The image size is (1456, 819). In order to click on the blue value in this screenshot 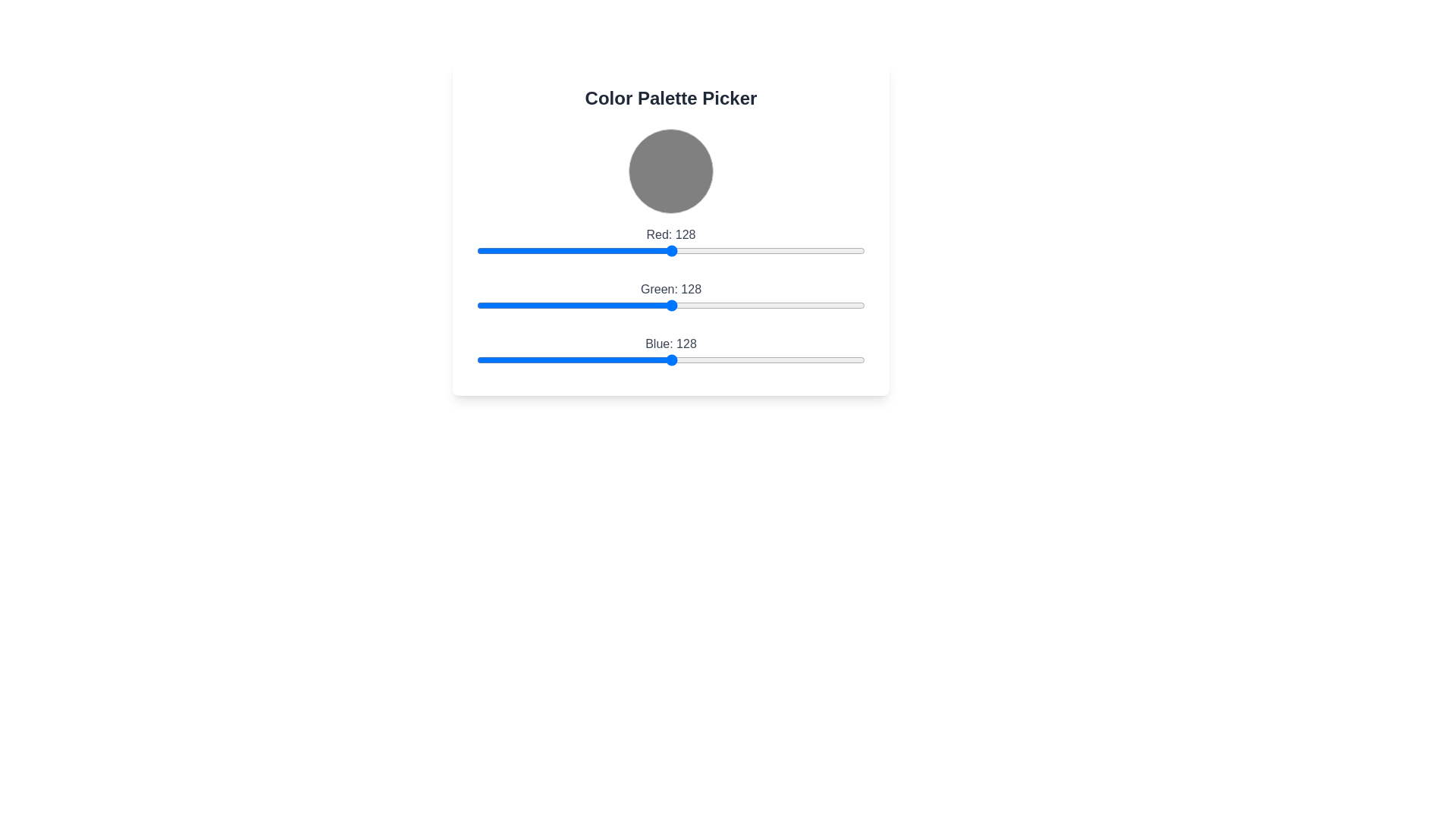, I will do `click(651, 359)`.